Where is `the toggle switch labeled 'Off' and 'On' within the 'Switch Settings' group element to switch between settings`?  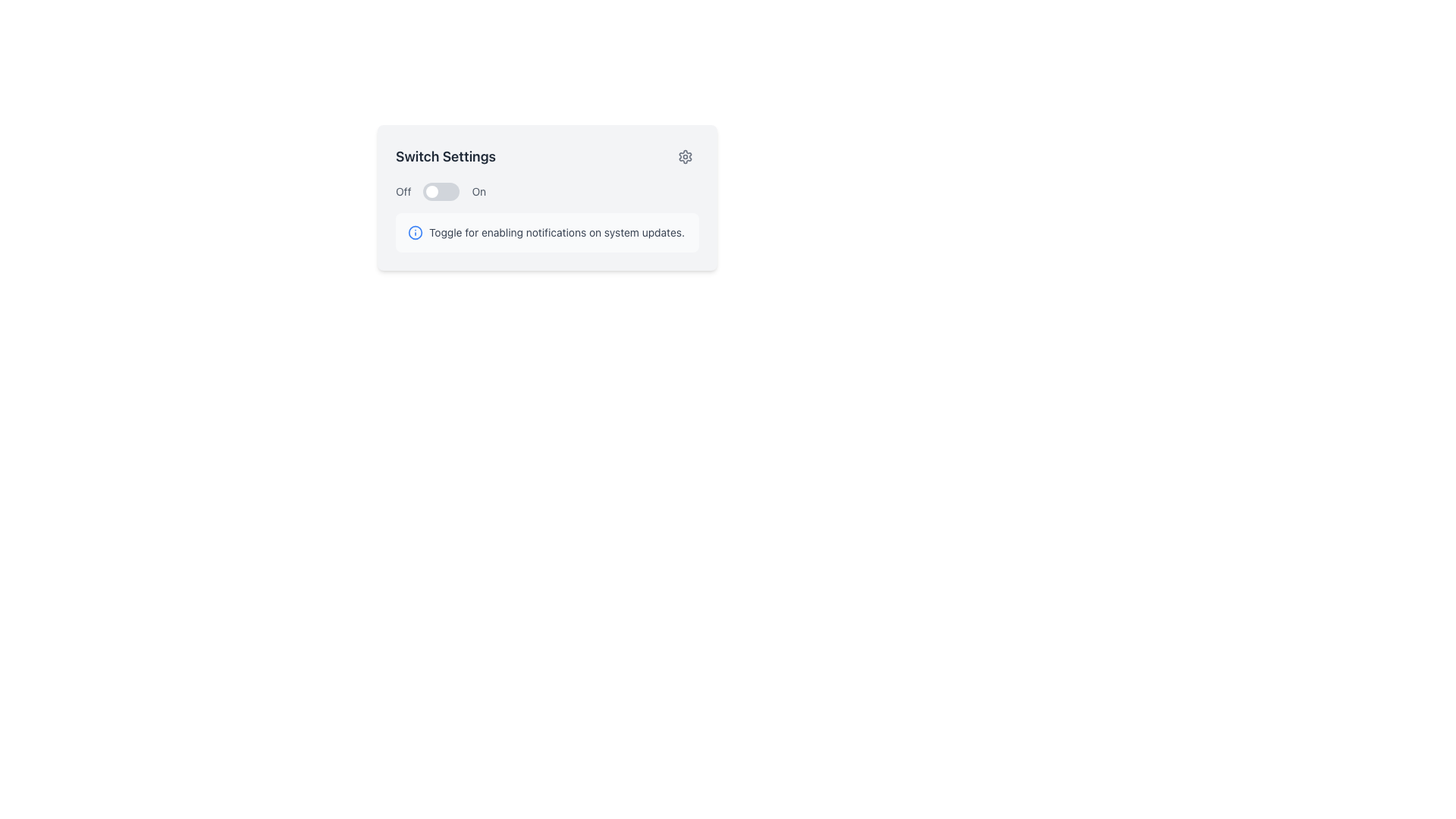
the toggle switch labeled 'Off' and 'On' within the 'Switch Settings' group element to switch between settings is located at coordinates (546, 197).